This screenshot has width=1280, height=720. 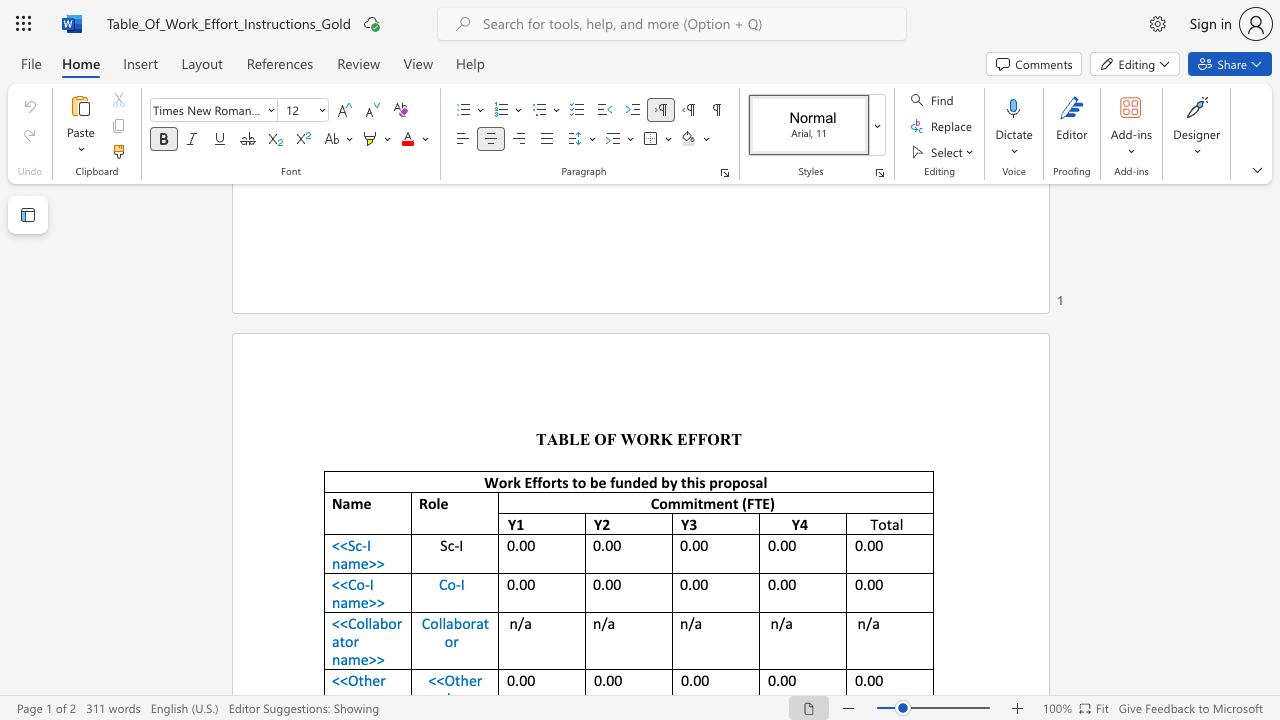 I want to click on the subset text "e>" within the text "<<Sc-I name>>", so click(x=360, y=563).